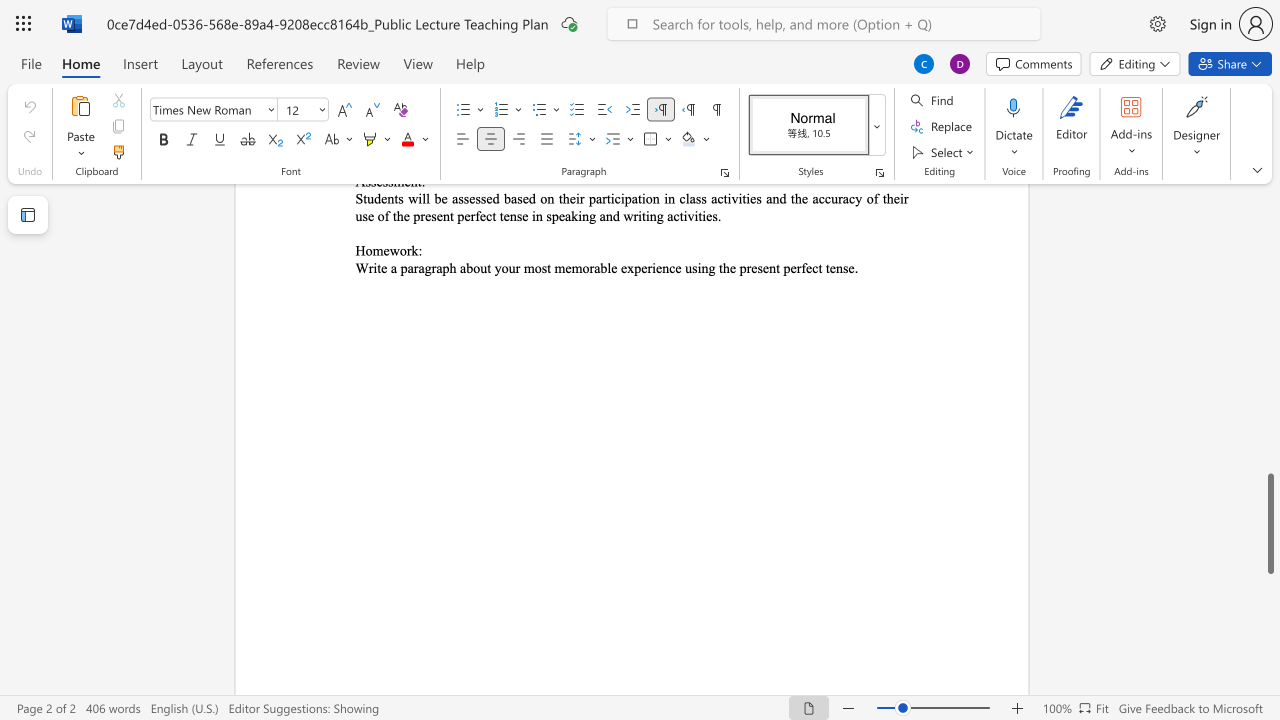 The height and width of the screenshot is (720, 1280). I want to click on the page's right scrollbar for upward movement, so click(1269, 338).